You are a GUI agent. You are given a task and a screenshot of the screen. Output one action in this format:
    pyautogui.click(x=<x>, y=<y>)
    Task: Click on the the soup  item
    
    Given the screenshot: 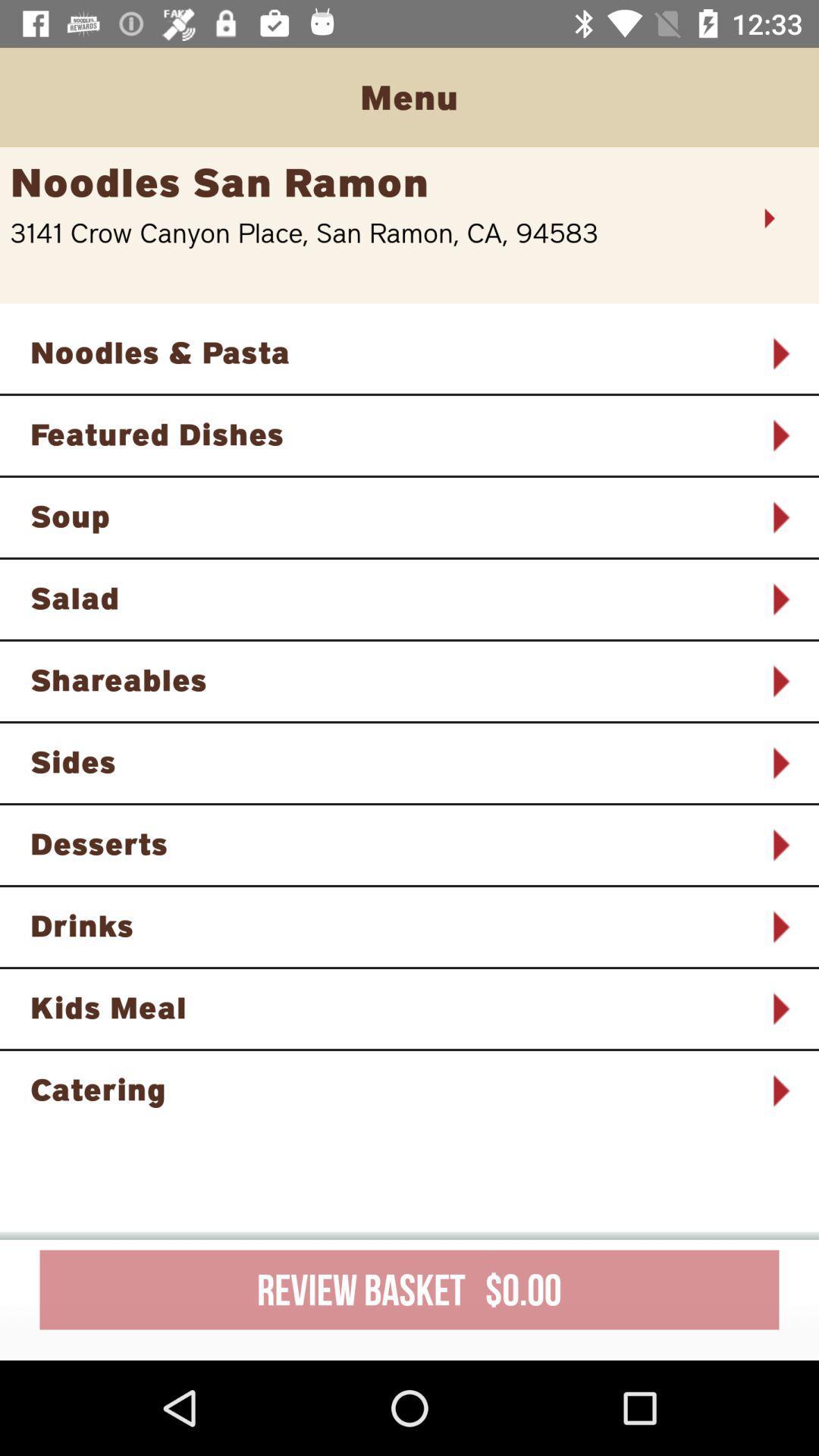 What is the action you would take?
    pyautogui.click(x=389, y=516)
    